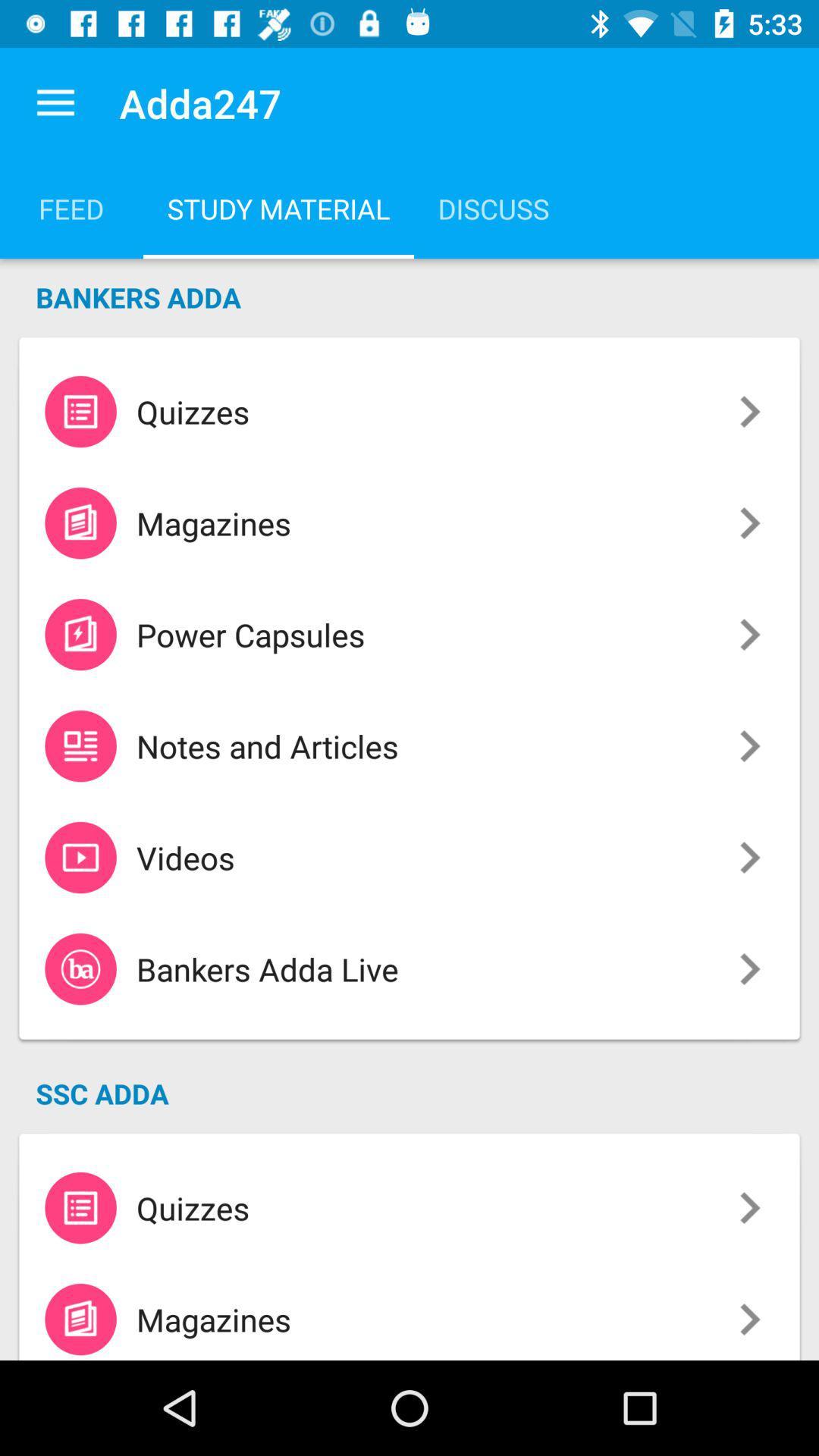 Image resolution: width=819 pixels, height=1456 pixels. What do you see at coordinates (55, 102) in the screenshot?
I see `the app next to the adda247 item` at bounding box center [55, 102].